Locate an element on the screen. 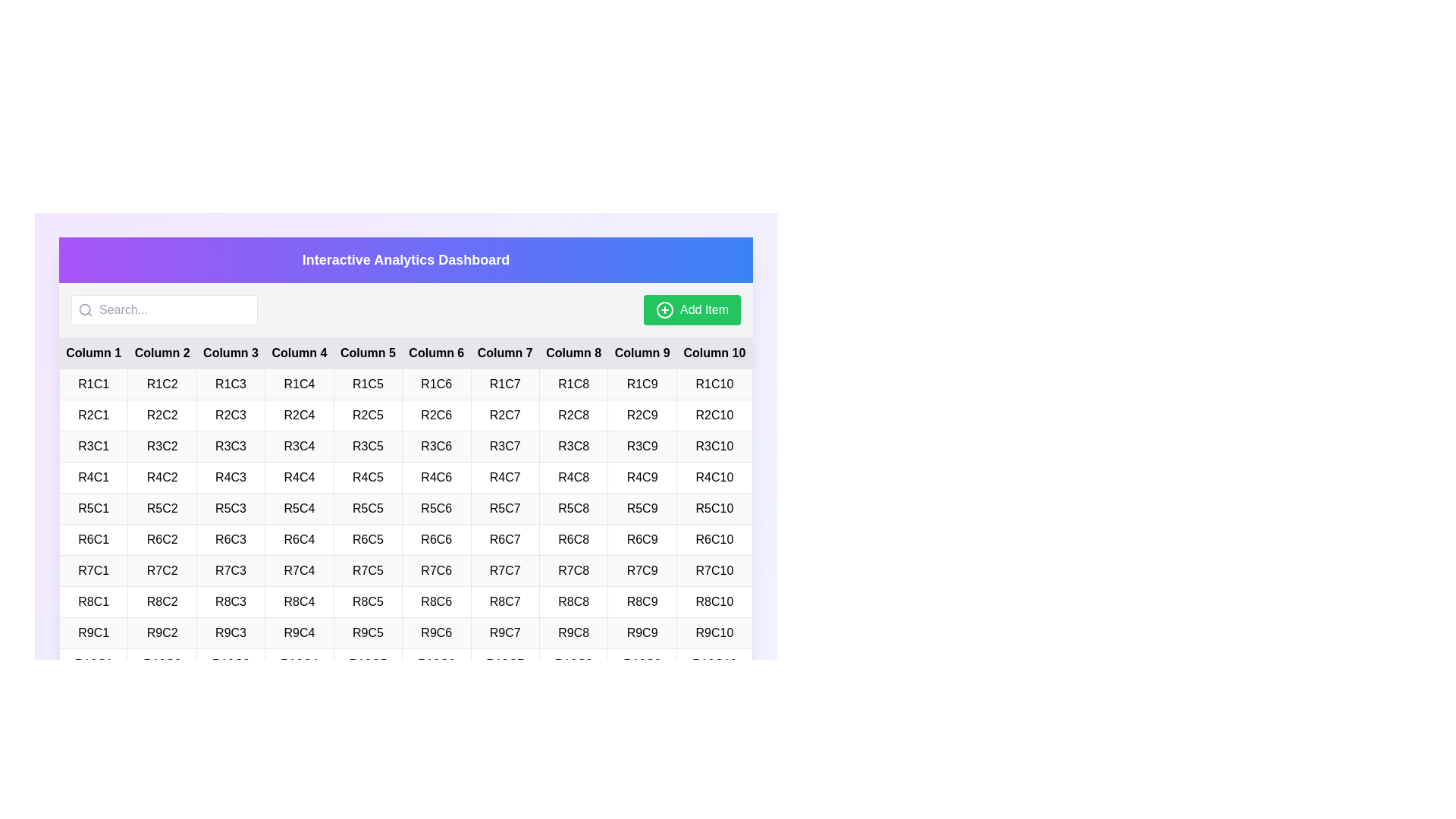 The width and height of the screenshot is (1456, 819). the 'Add Item' button to add a new entry is located at coordinates (691, 309).